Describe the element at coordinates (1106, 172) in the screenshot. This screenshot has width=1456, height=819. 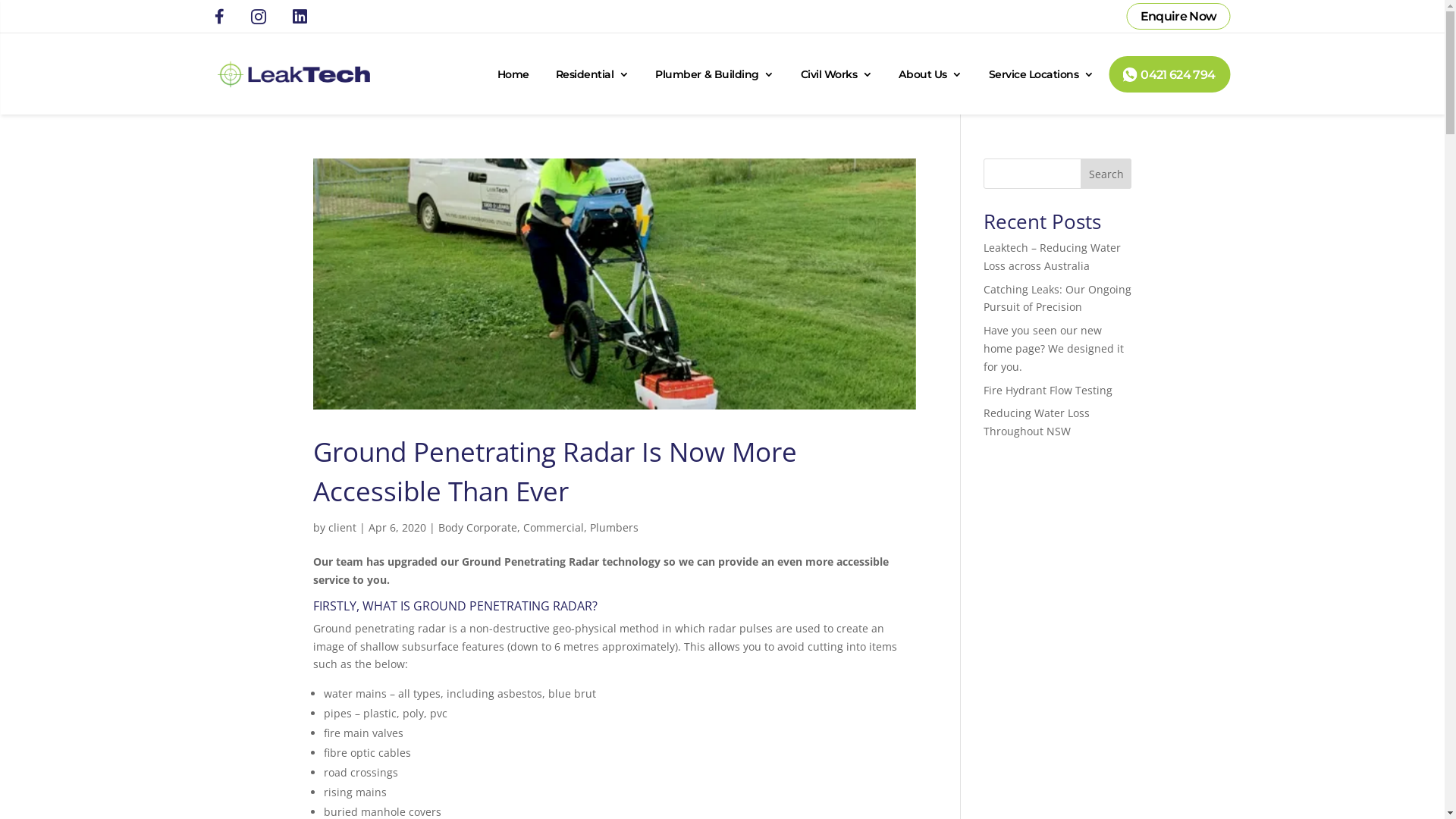
I see `'Search'` at that location.